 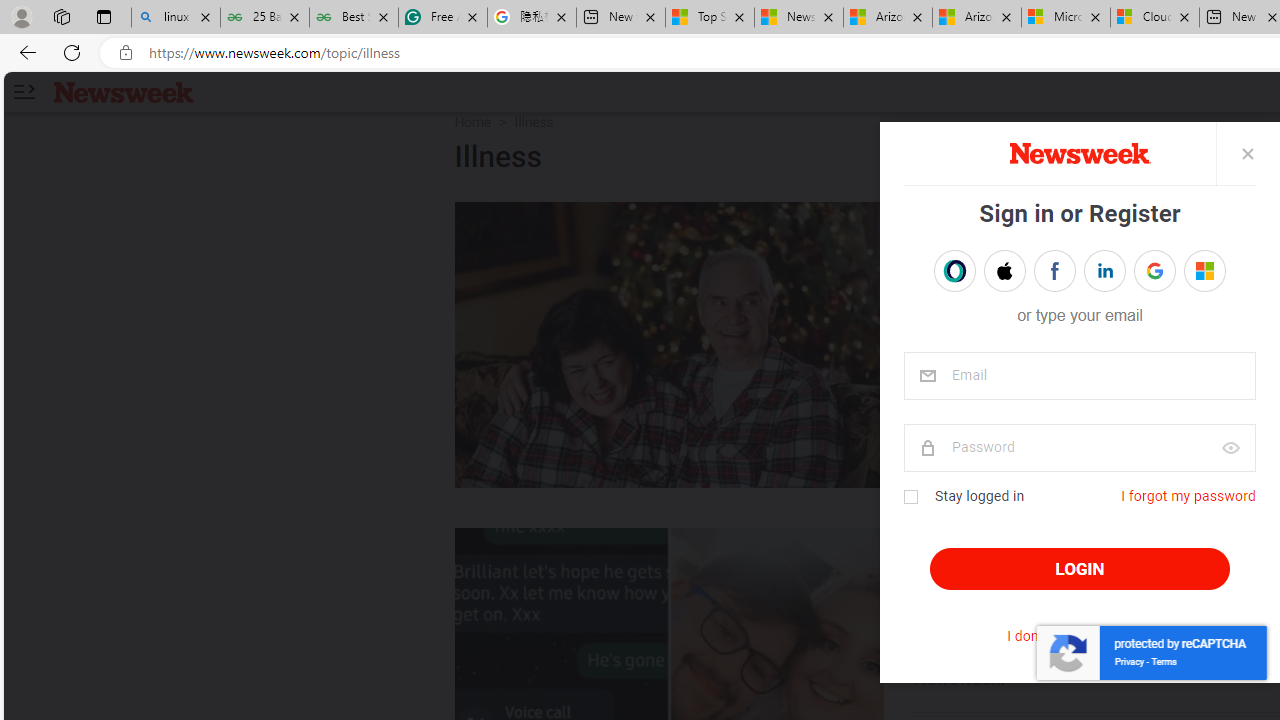 I want to click on 'Best SSL Certificates Provider in India - GeeksforGeeks', so click(x=353, y=17).